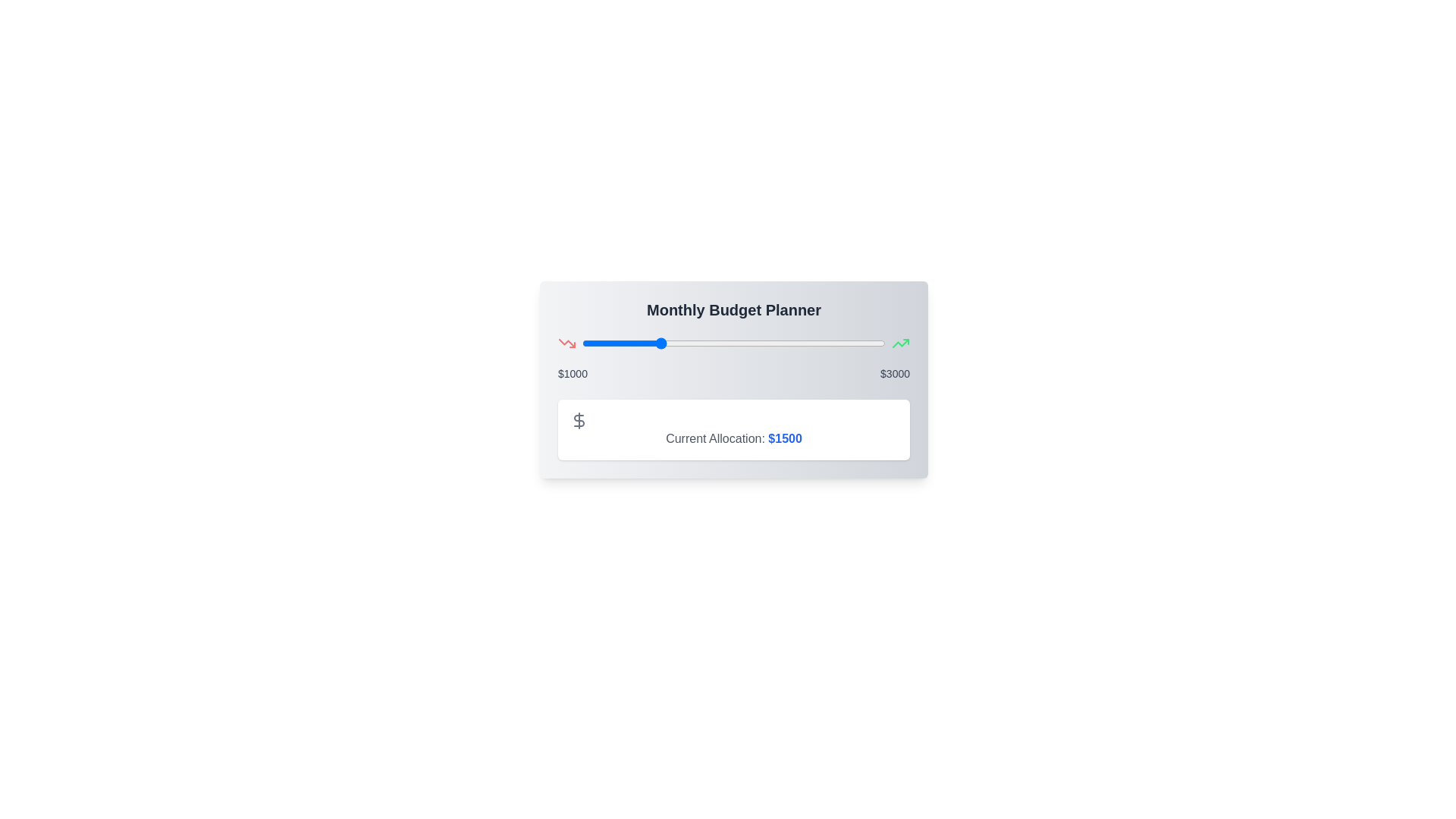 The image size is (1456, 819). I want to click on the slider to set the budget allocation to 2784 dollars, so click(852, 343).